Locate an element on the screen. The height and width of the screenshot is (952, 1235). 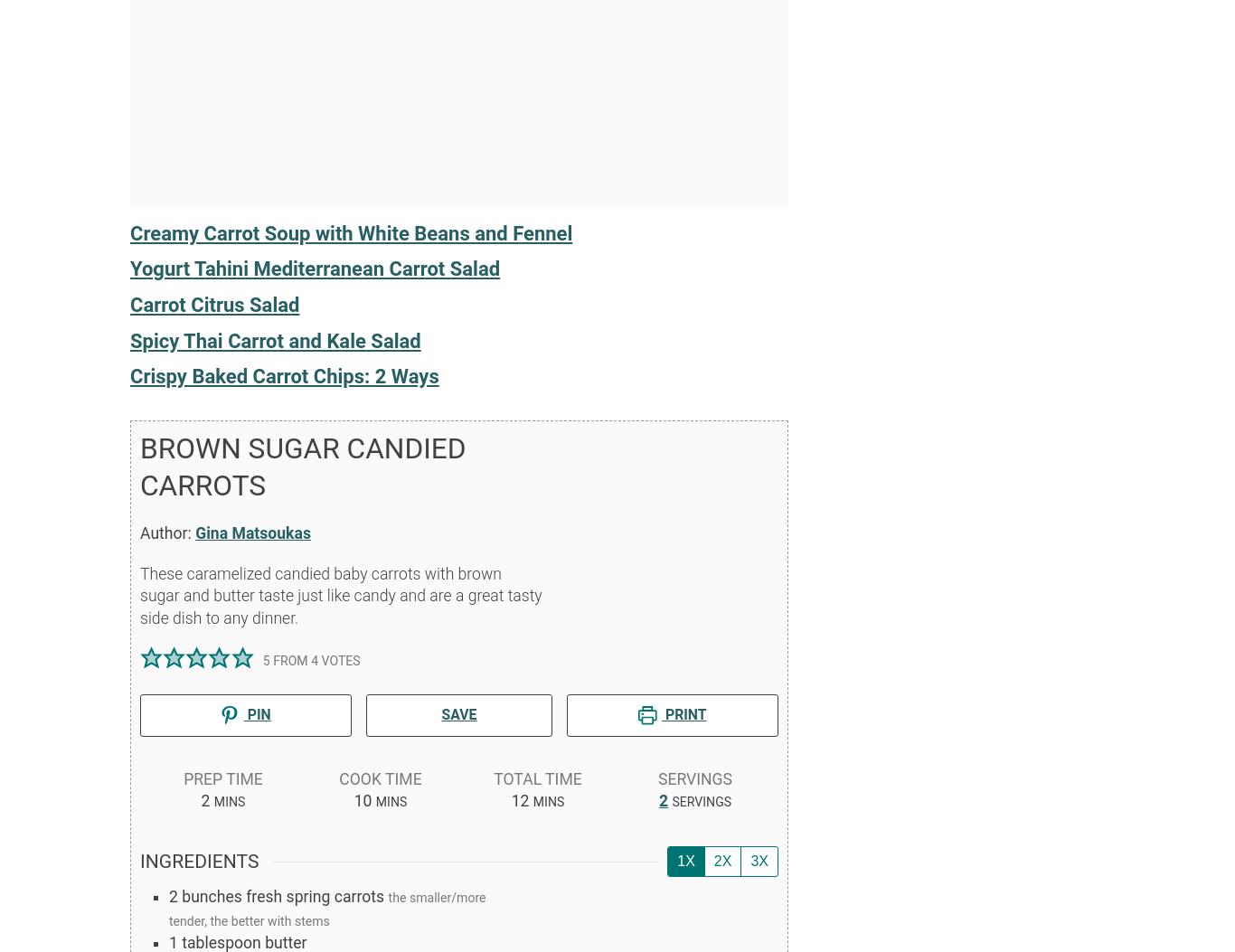
'Save' is located at coordinates (458, 714).